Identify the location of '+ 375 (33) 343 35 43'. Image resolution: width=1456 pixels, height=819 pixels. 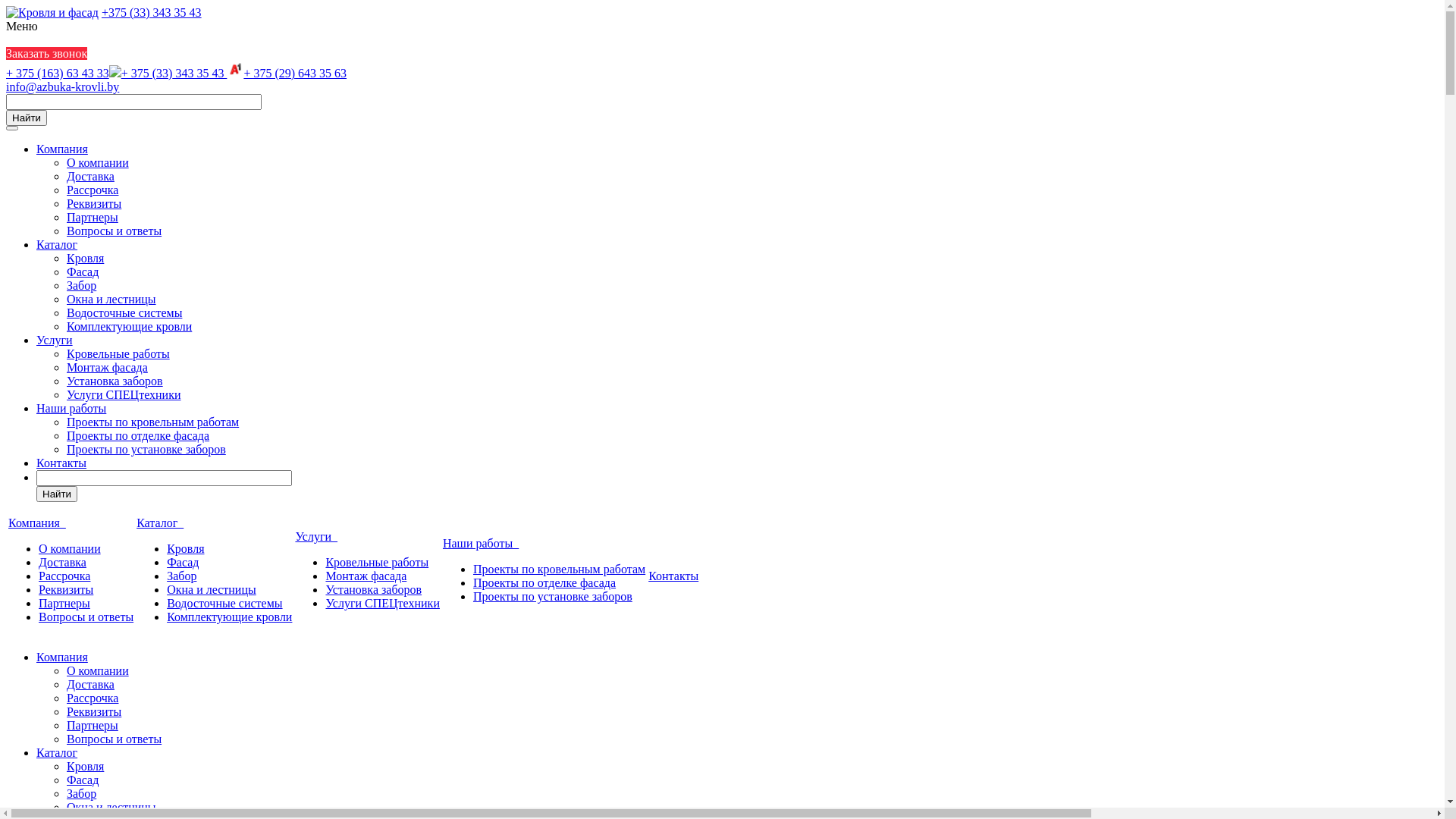
(108, 73).